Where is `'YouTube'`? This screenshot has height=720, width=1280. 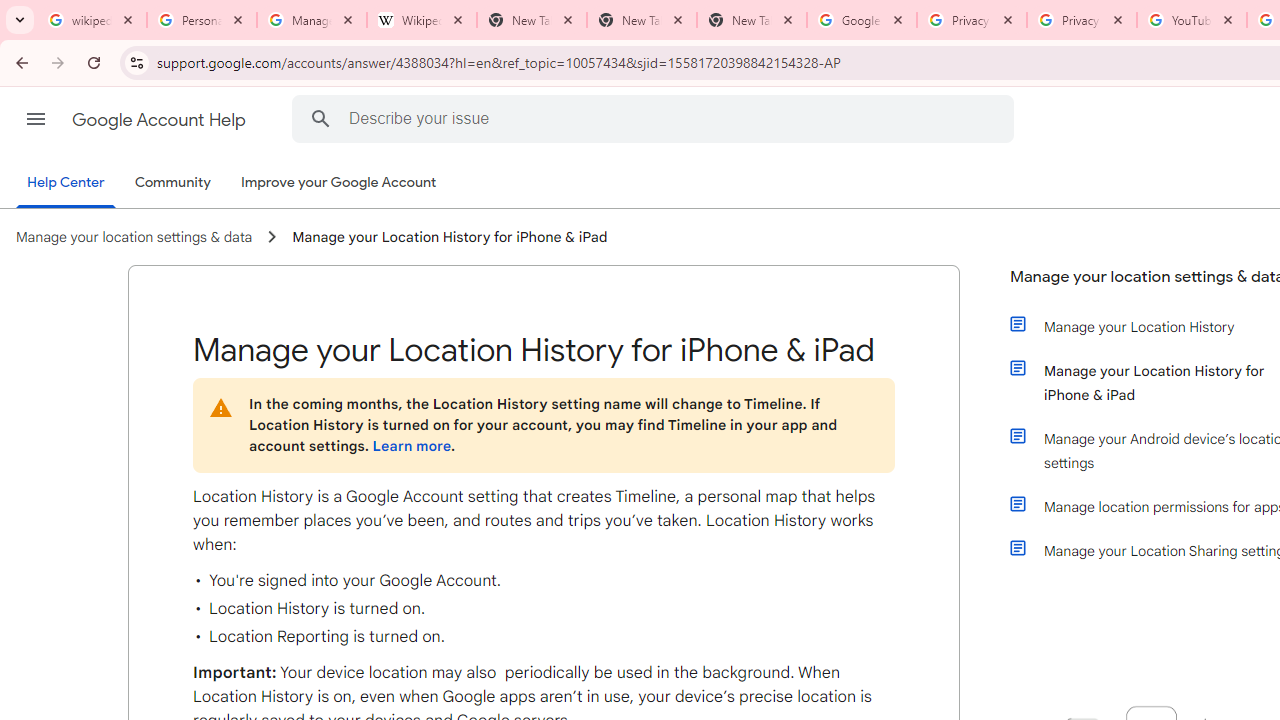 'YouTube' is located at coordinates (1191, 20).